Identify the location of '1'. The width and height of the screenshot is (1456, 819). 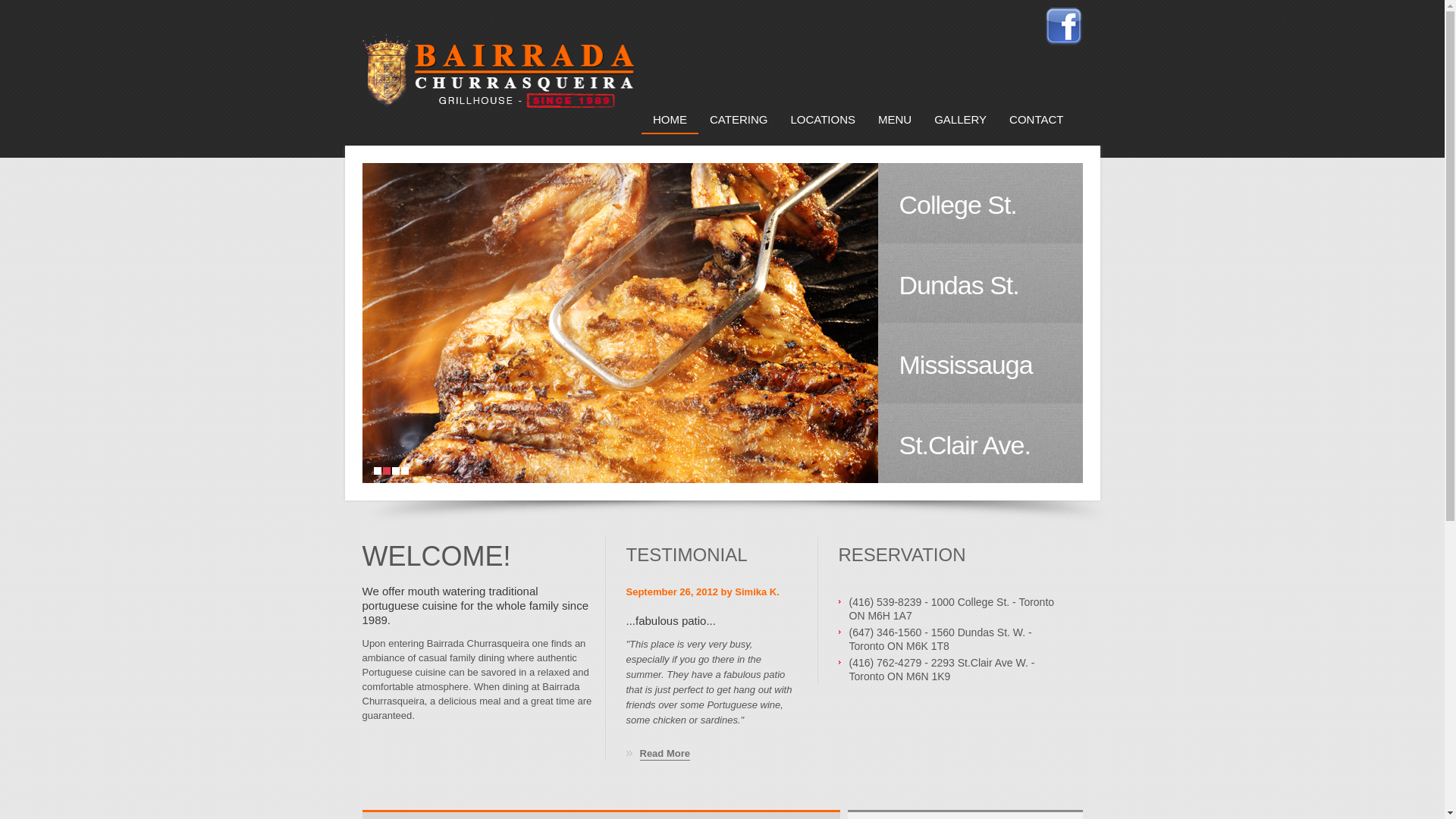
(377, 470).